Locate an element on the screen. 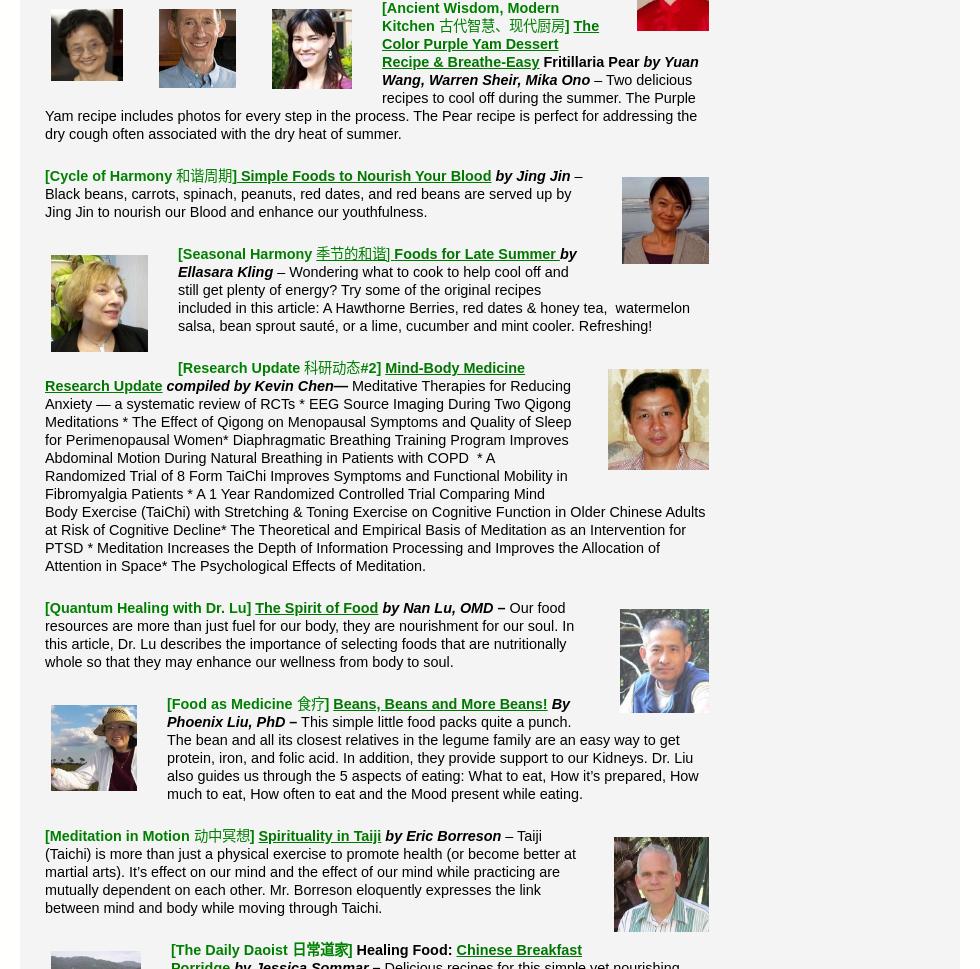  'Kevin Chen' is located at coordinates (293, 385).